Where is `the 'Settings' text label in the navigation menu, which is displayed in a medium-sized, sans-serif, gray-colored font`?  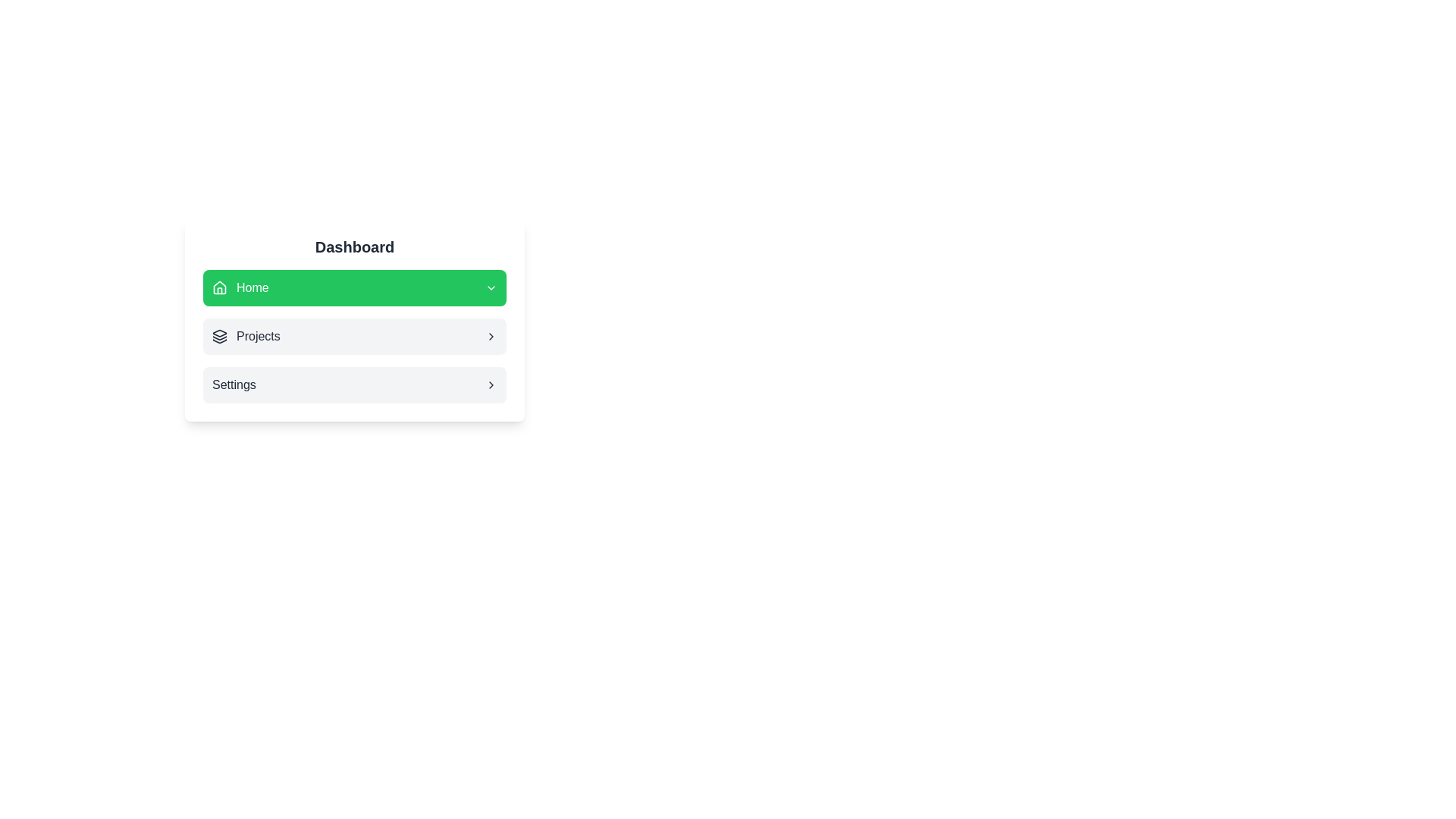
the 'Settings' text label in the navigation menu, which is displayed in a medium-sized, sans-serif, gray-colored font is located at coordinates (233, 384).